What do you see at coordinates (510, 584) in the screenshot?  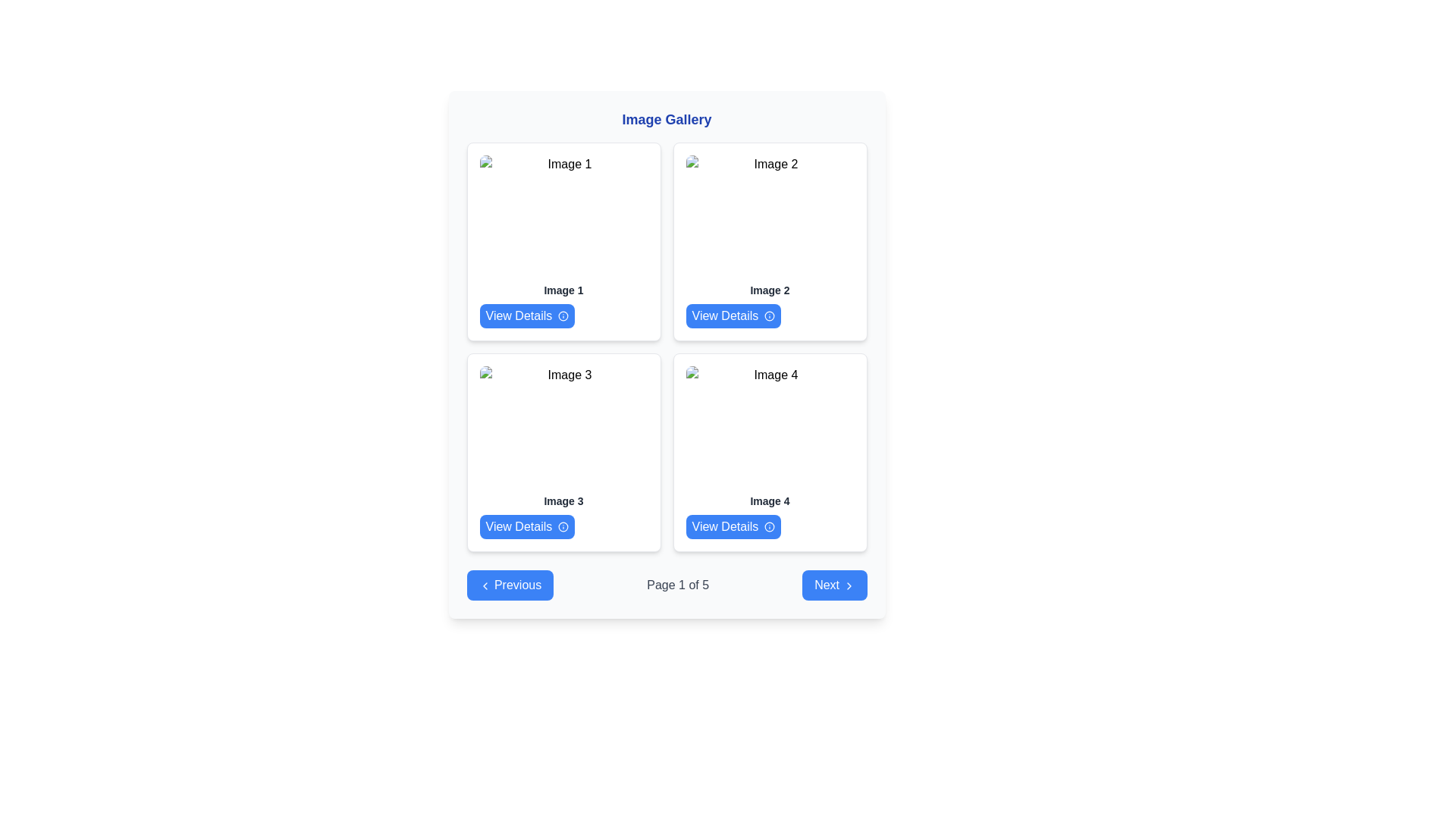 I see `the 'Previous' button with a blue background and white text, located at the bottom left of the pagination controls` at bounding box center [510, 584].